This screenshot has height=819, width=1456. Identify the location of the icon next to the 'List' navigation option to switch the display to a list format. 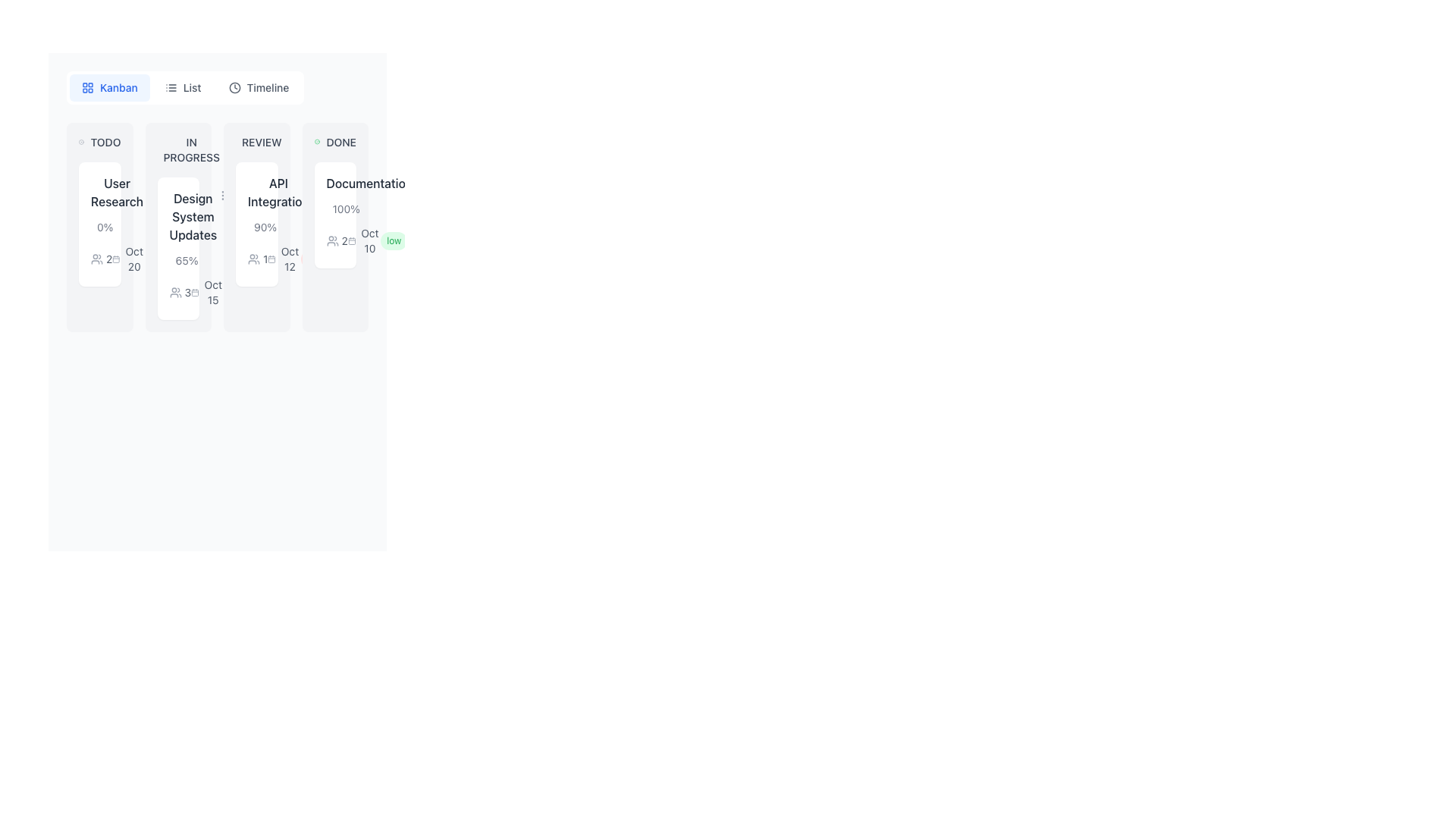
(171, 87).